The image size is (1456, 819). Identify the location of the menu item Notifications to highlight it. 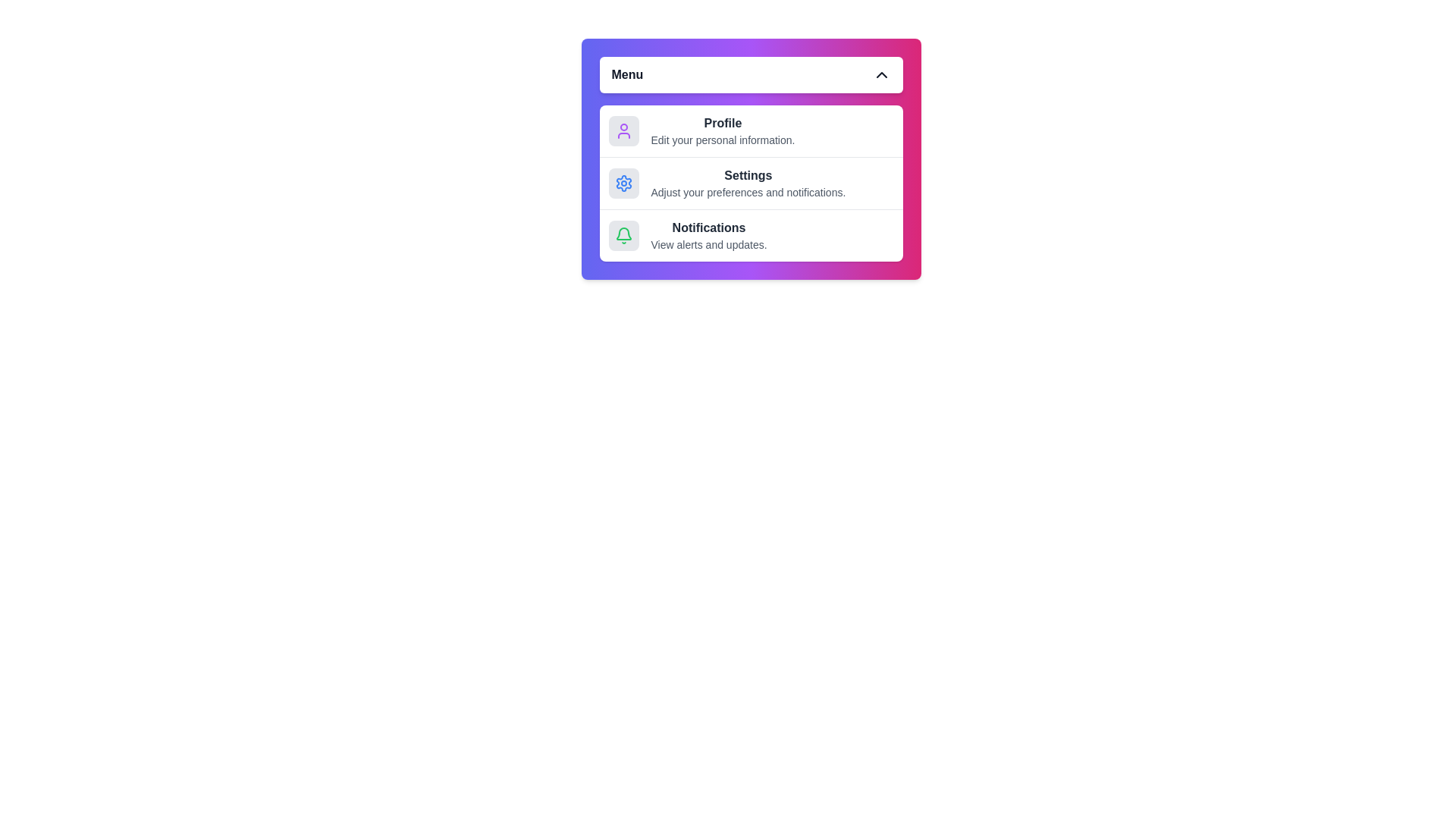
(751, 235).